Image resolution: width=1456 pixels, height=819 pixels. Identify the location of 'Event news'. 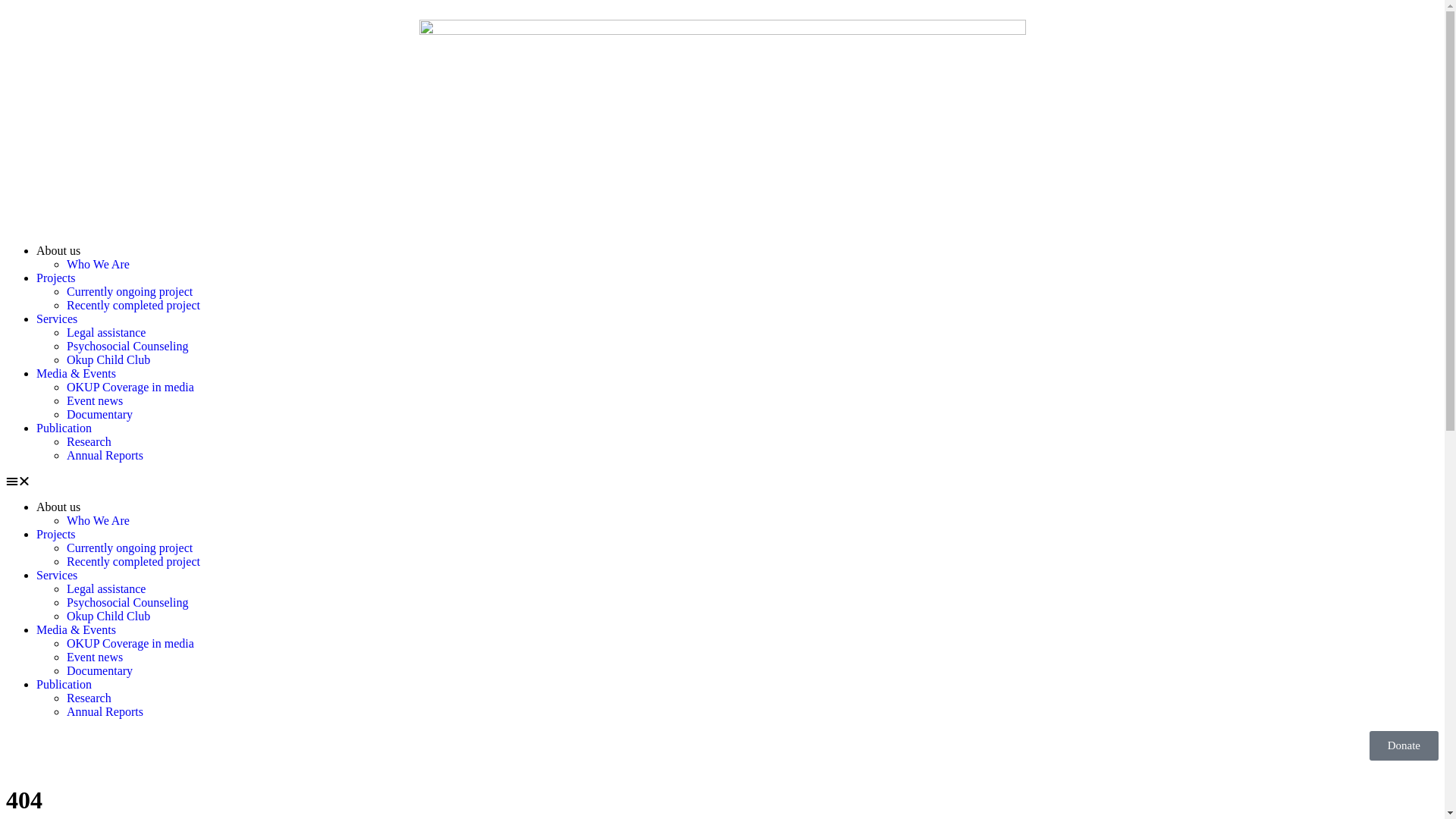
(93, 656).